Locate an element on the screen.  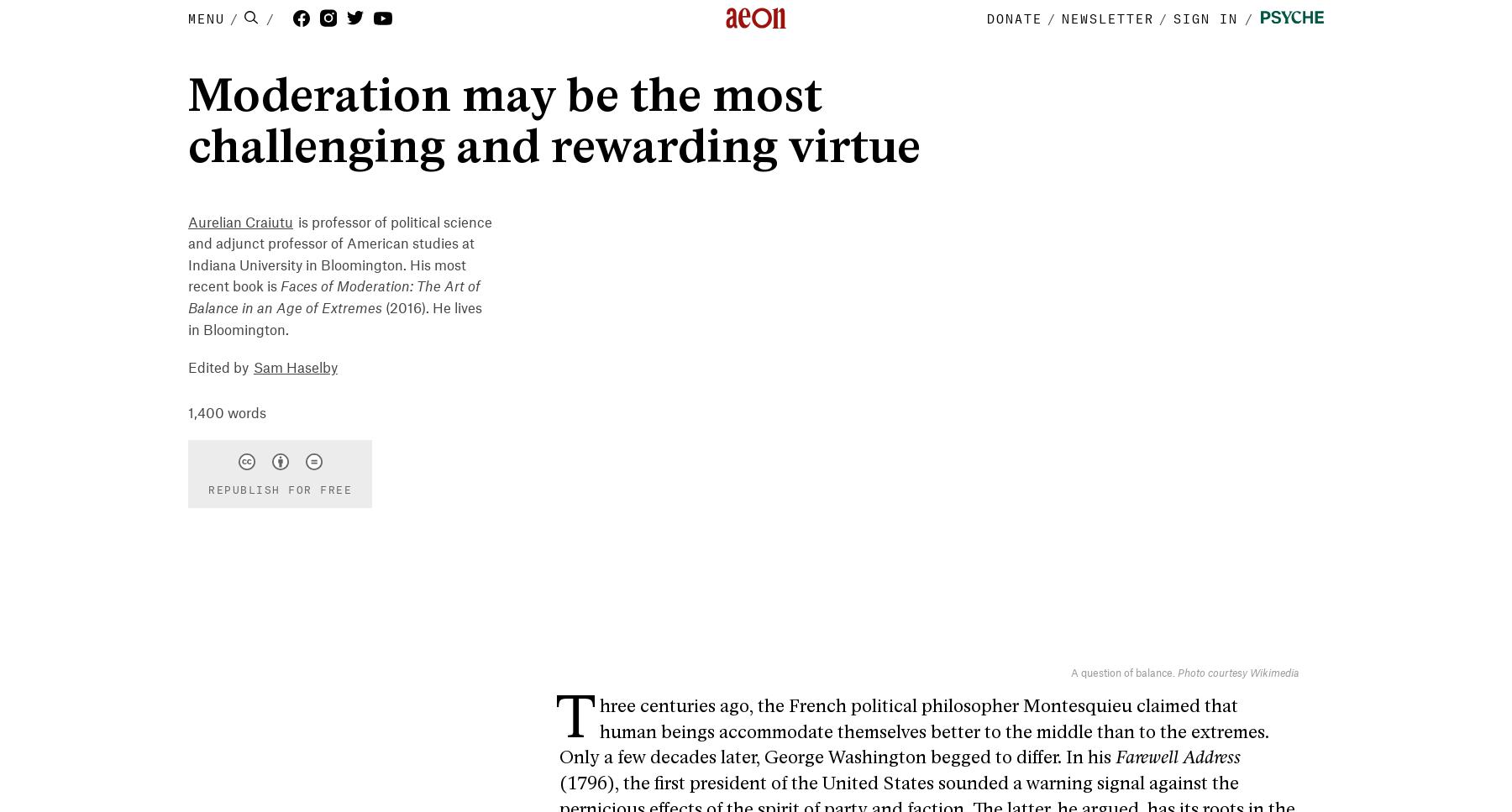
'Philosophy' is located at coordinates (244, 76).